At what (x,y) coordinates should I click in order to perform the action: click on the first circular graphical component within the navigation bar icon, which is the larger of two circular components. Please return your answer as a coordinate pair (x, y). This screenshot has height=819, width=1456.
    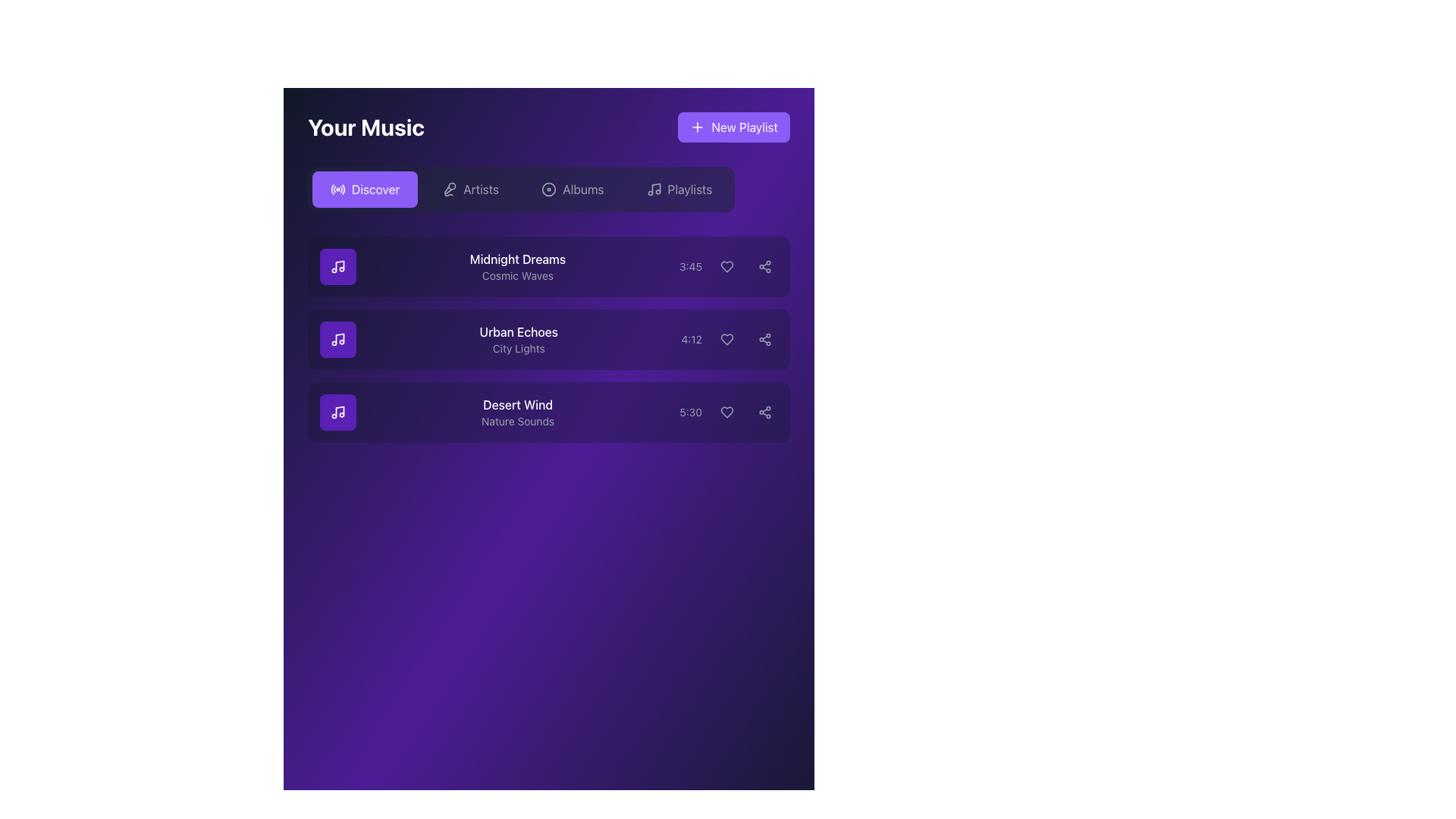
    Looking at the image, I should click on (548, 189).